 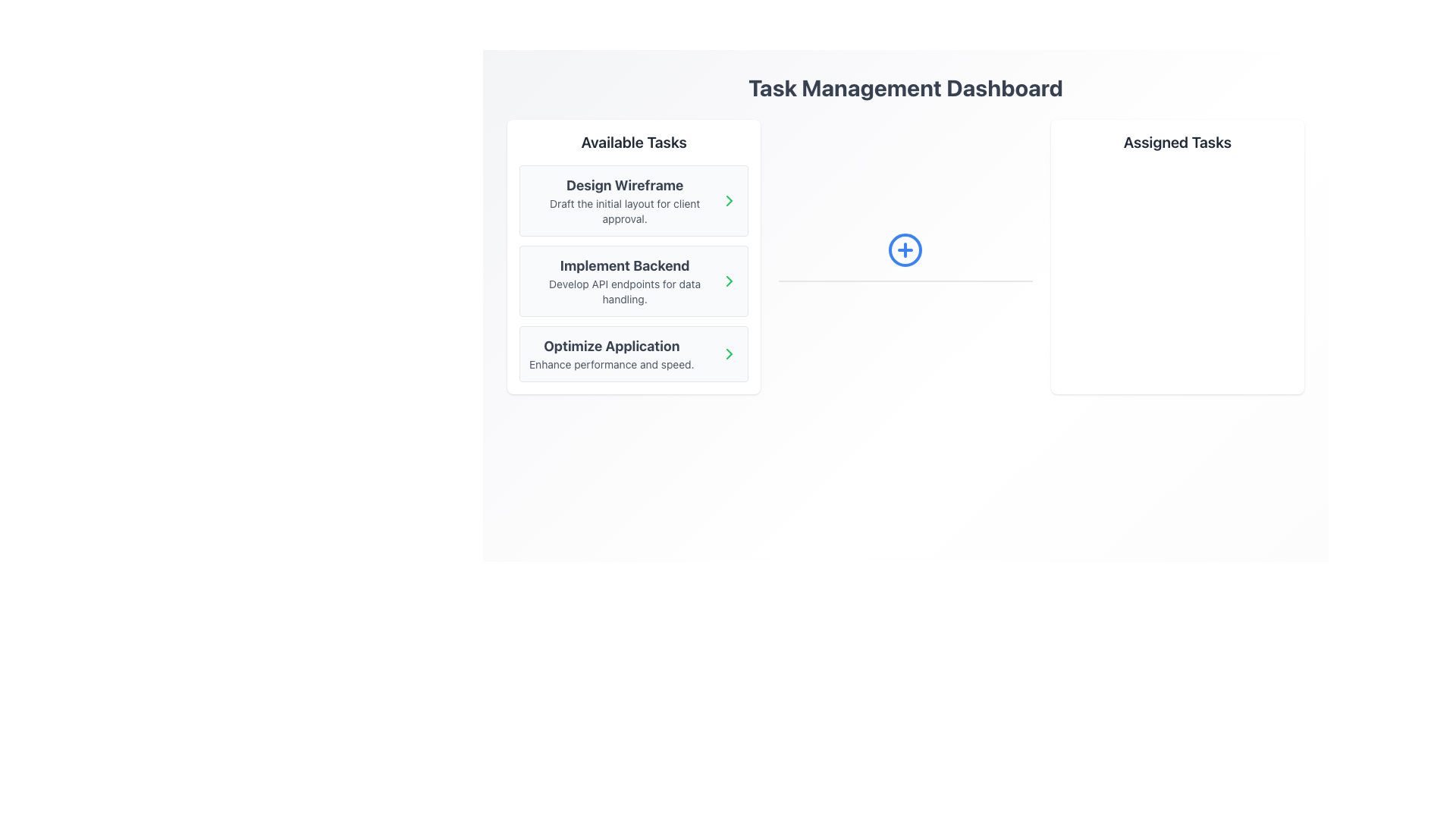 What do you see at coordinates (905, 249) in the screenshot?
I see `the blue circle with a plus sign in the center, which is centrally located in the task management interface, aligned with 'Available Tasks' and 'Assigned Tasks'` at bounding box center [905, 249].